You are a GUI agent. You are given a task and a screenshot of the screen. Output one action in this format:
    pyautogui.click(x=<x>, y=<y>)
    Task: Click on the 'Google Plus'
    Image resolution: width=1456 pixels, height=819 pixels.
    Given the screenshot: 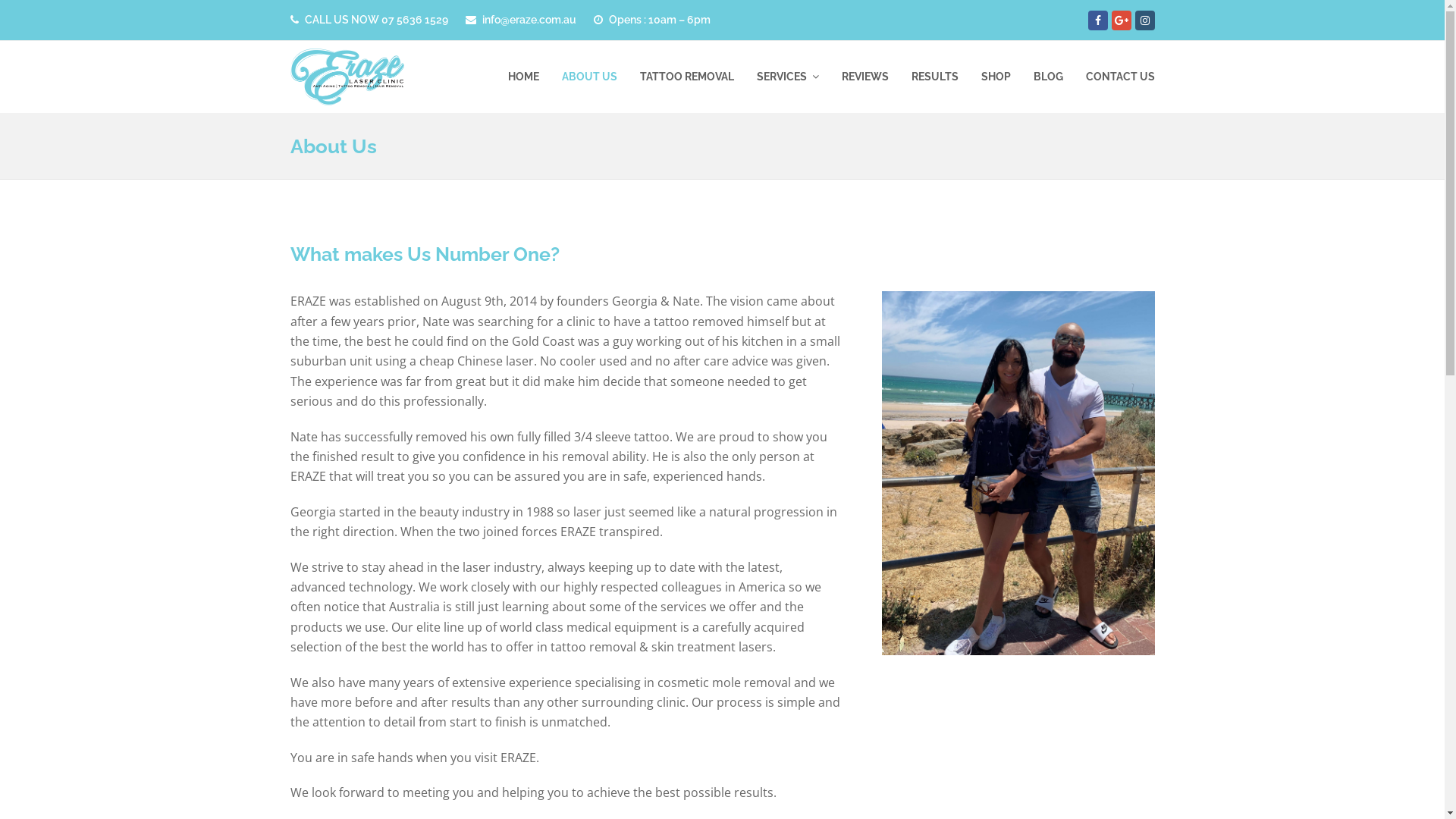 What is the action you would take?
    pyautogui.click(x=1121, y=20)
    